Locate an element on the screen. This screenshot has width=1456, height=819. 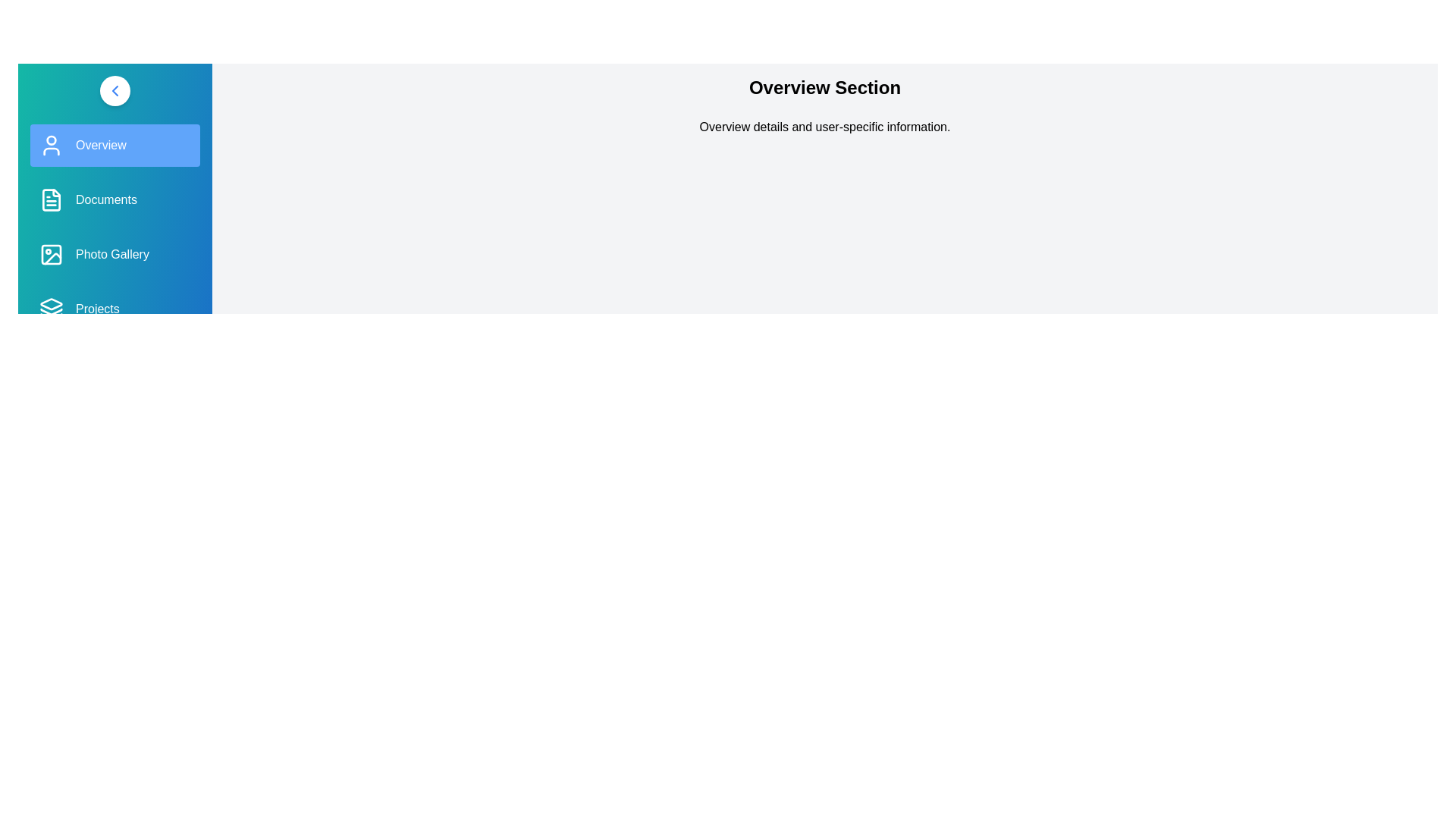
the navigation item Photo Gallery from the list is located at coordinates (115, 253).